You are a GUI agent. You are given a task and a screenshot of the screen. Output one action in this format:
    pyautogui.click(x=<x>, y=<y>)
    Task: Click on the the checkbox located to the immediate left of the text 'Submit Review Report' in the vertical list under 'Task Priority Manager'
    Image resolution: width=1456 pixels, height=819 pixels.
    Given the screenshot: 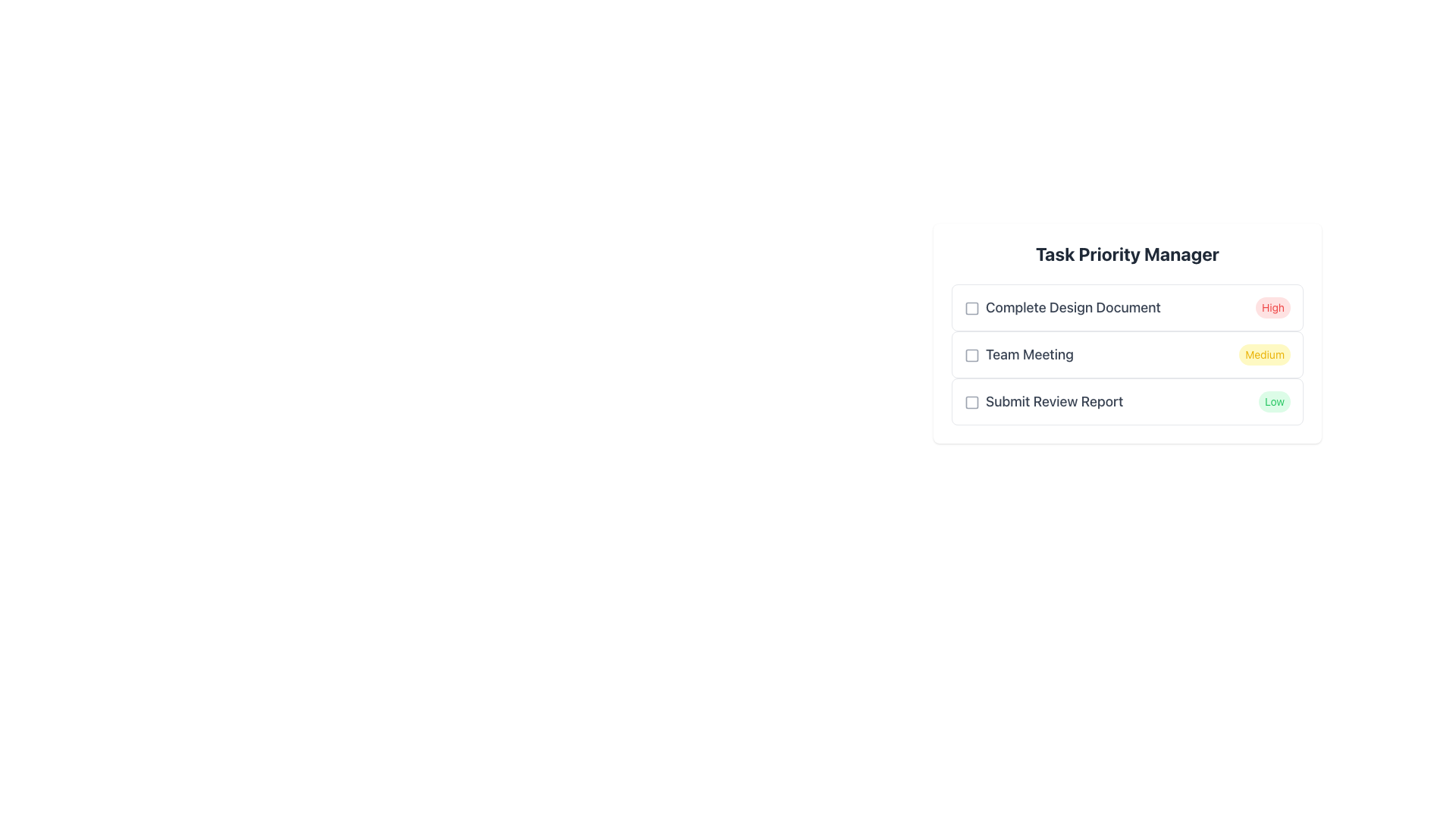 What is the action you would take?
    pyautogui.click(x=971, y=402)
    